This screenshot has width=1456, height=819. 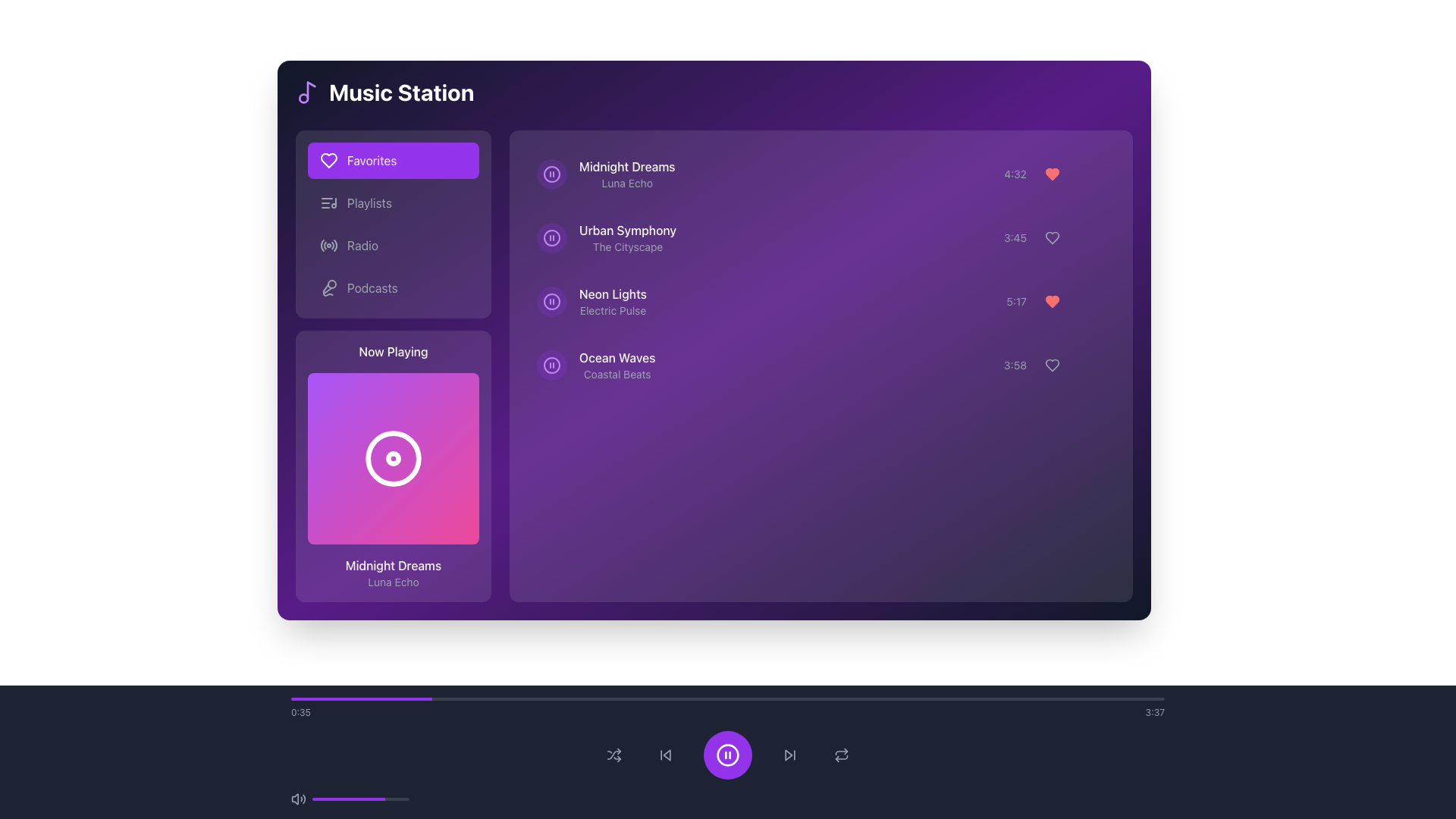 What do you see at coordinates (1051, 301) in the screenshot?
I see `the heart-shaped favorite button, which is filled with red color and located in the right middle region of the music station application at the timestamp '5:17'` at bounding box center [1051, 301].